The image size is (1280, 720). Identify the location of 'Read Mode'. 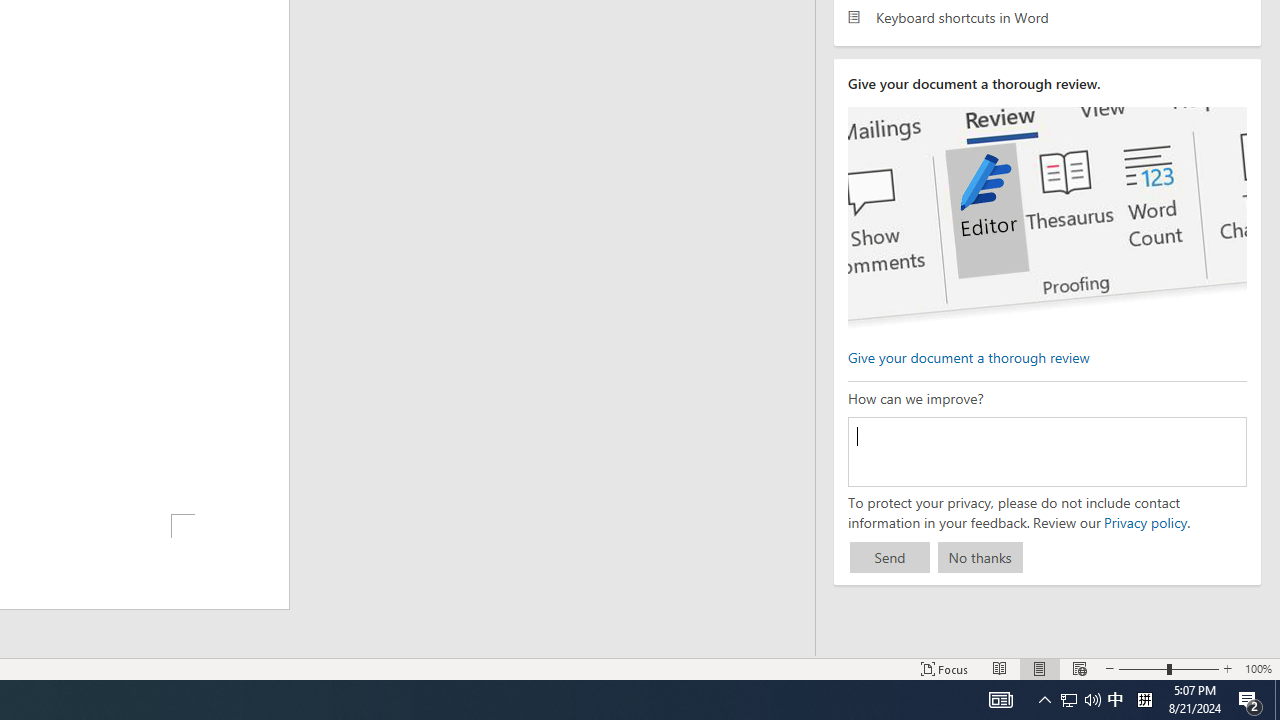
(1000, 669).